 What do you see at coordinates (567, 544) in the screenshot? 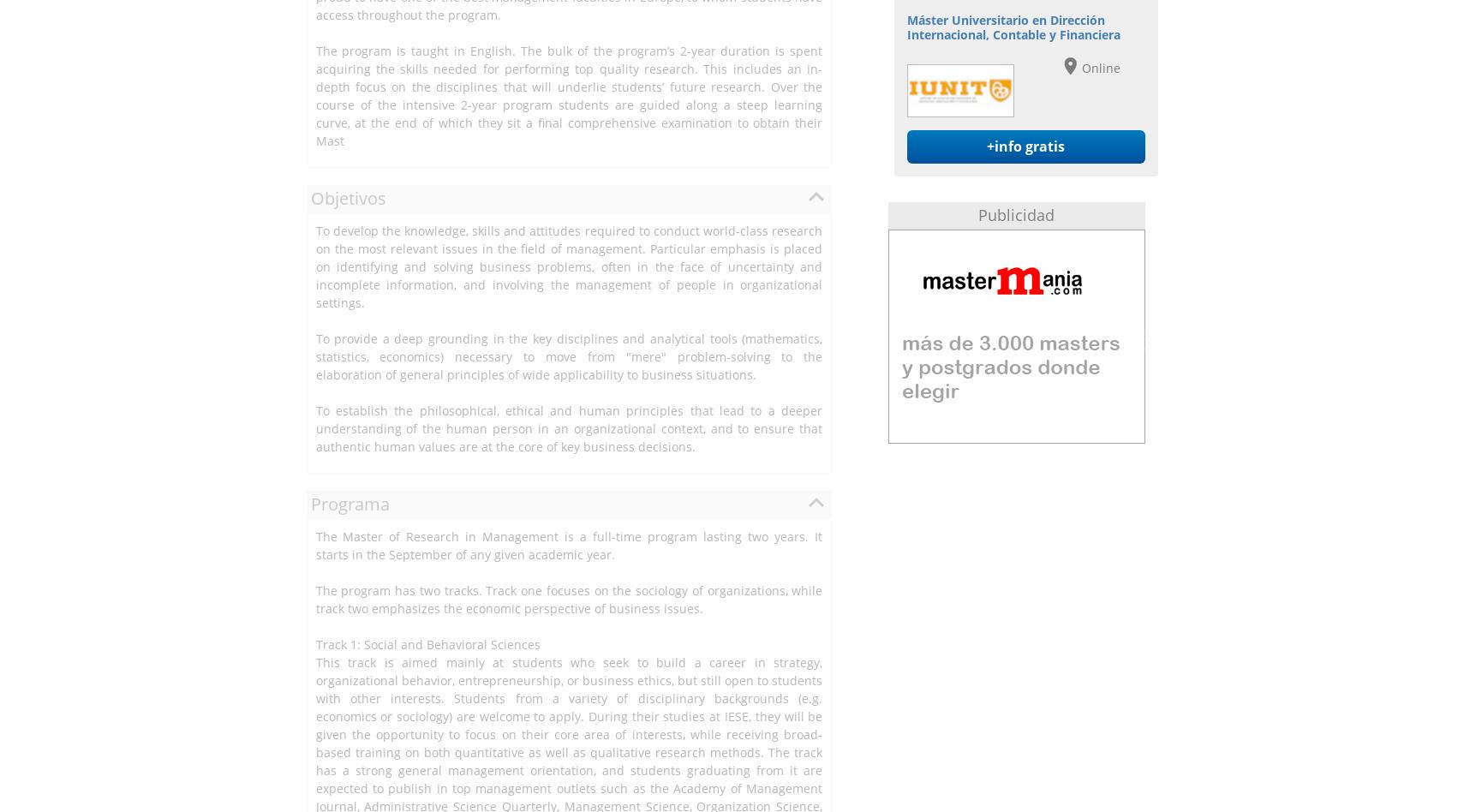
I see `'The Master of Research in Management is a full-time program lasting two years. It starts in the September of any given academic year.'` at bounding box center [567, 544].